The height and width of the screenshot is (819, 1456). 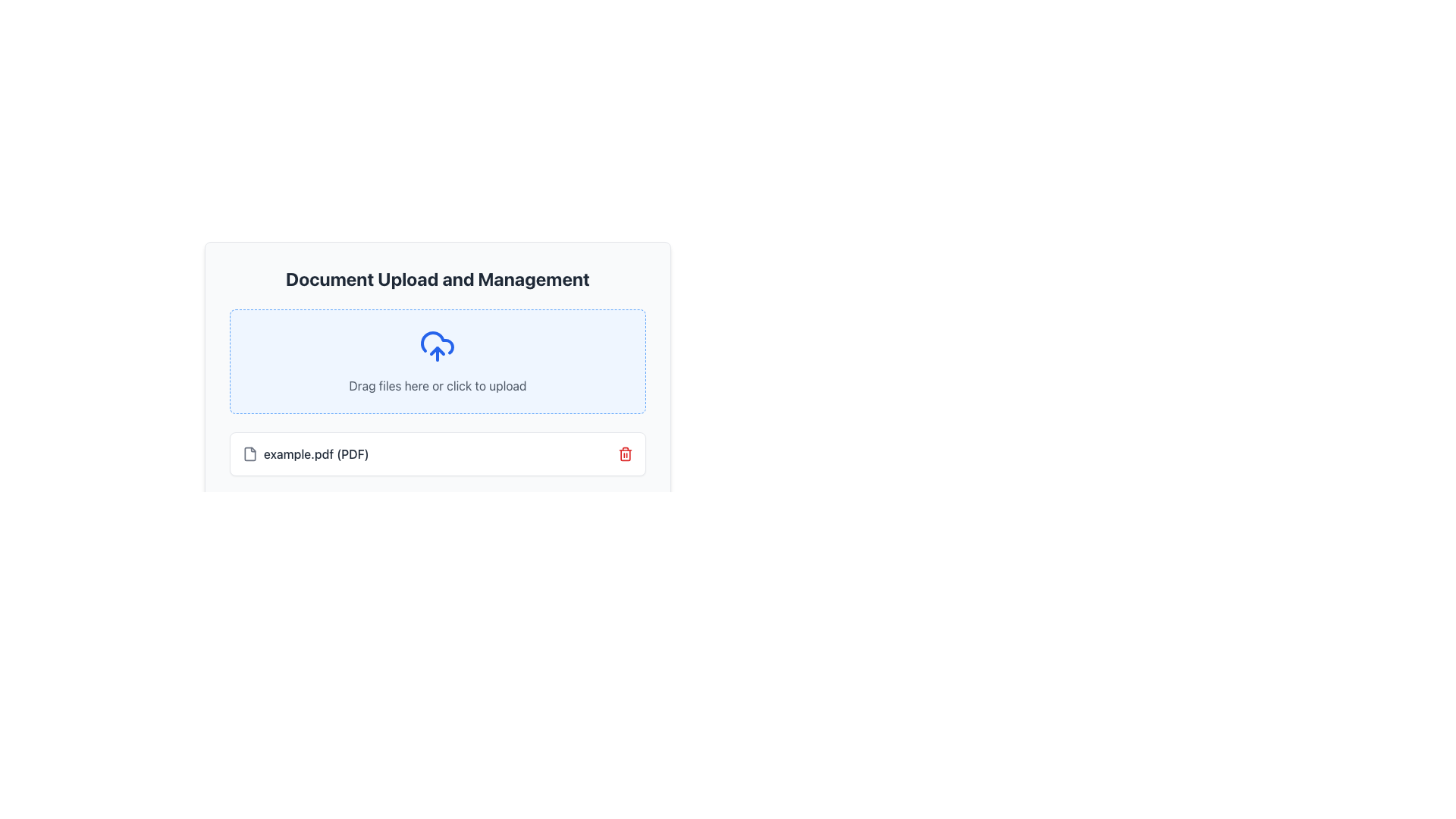 What do you see at coordinates (626, 453) in the screenshot?
I see `the red trash can icon button located at the bottom-right corner of the card, which is used` at bounding box center [626, 453].